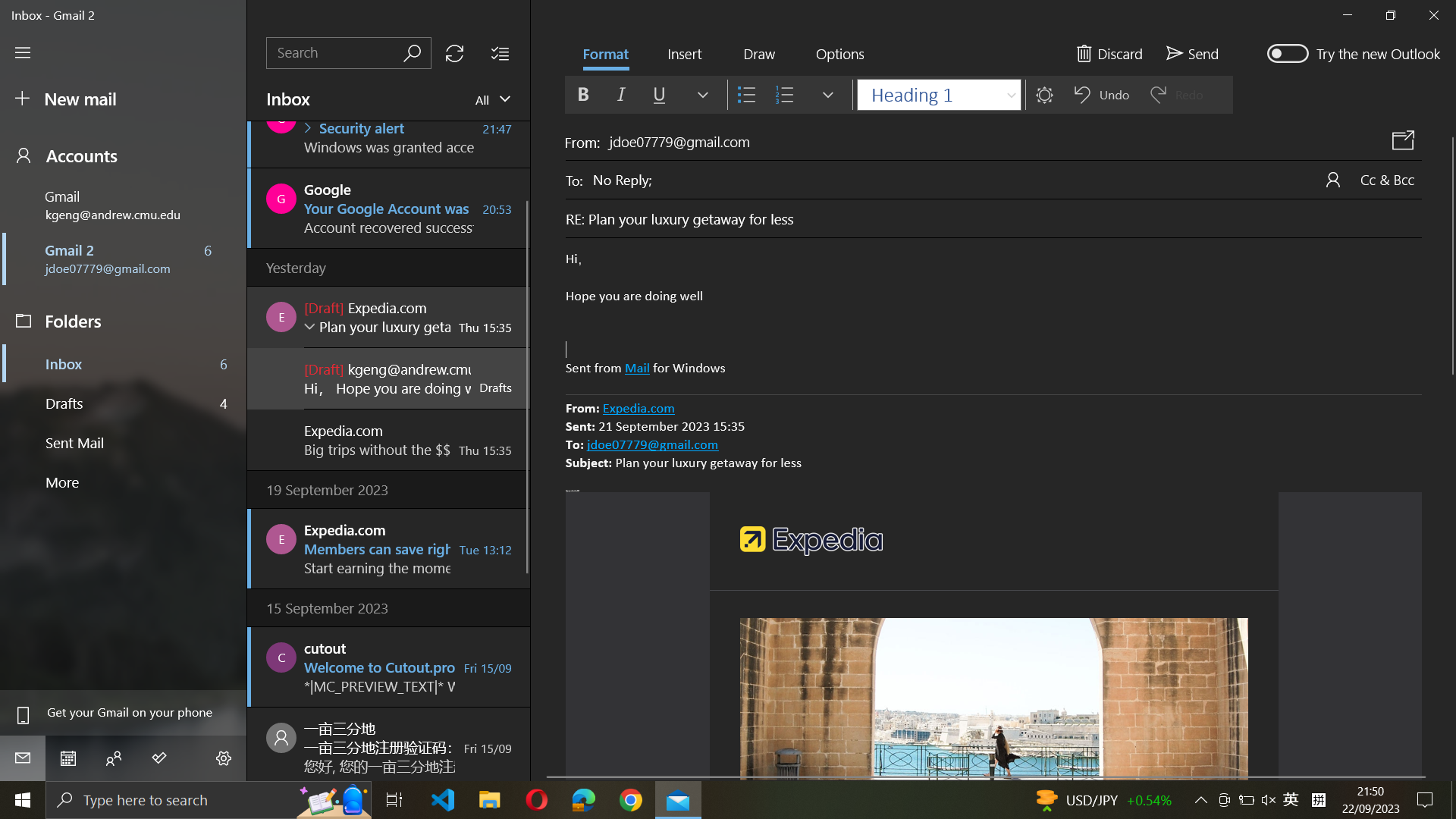 The width and height of the screenshot is (1456, 819). I want to click on entire text in the mail body and apply both bold and italics styling, so click(993, 314).